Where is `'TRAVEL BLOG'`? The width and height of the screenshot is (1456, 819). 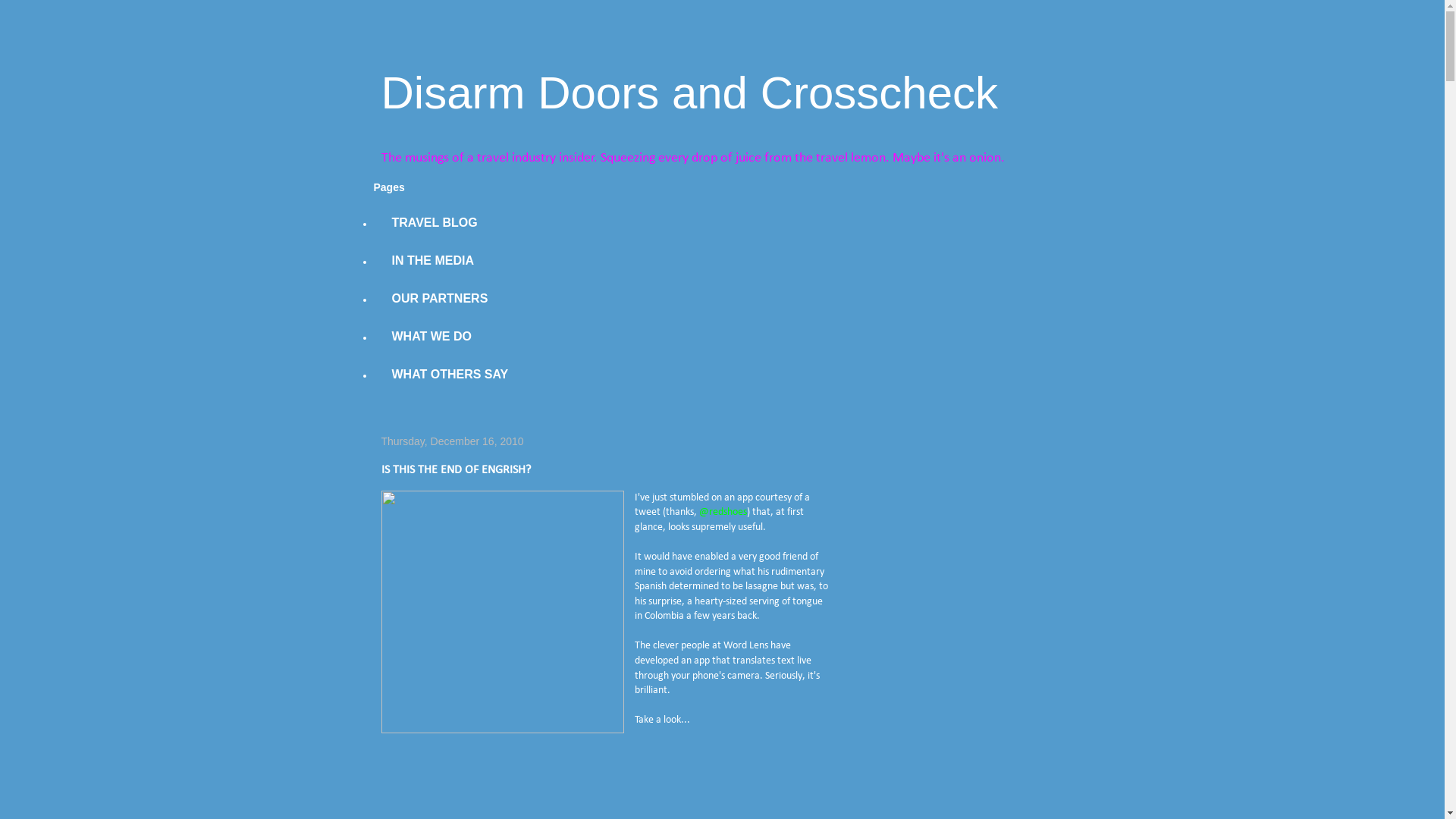
'TRAVEL BLOG' is located at coordinates (433, 222).